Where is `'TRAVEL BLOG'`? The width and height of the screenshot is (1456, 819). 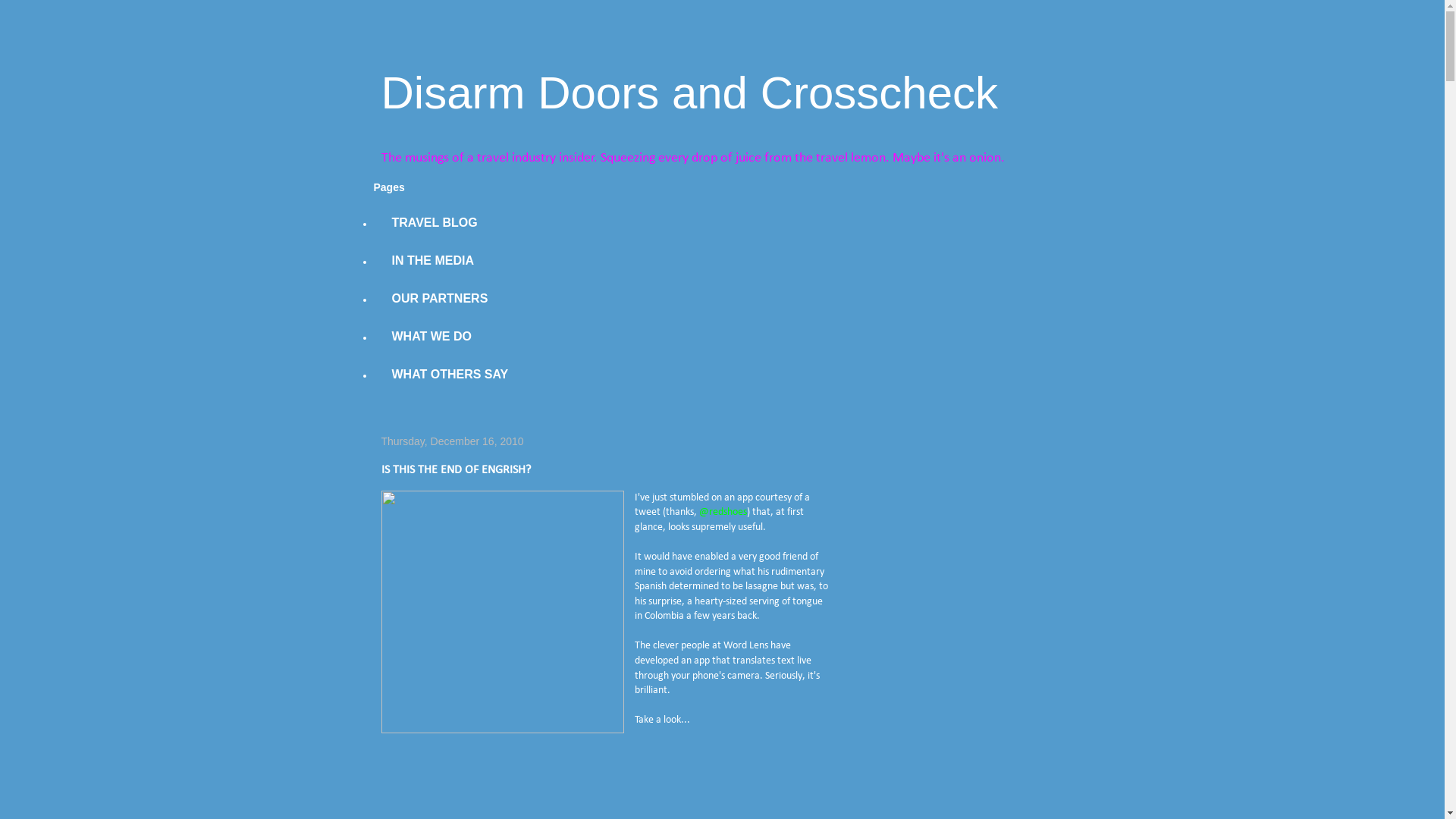
'TRAVEL BLOG' is located at coordinates (433, 222).